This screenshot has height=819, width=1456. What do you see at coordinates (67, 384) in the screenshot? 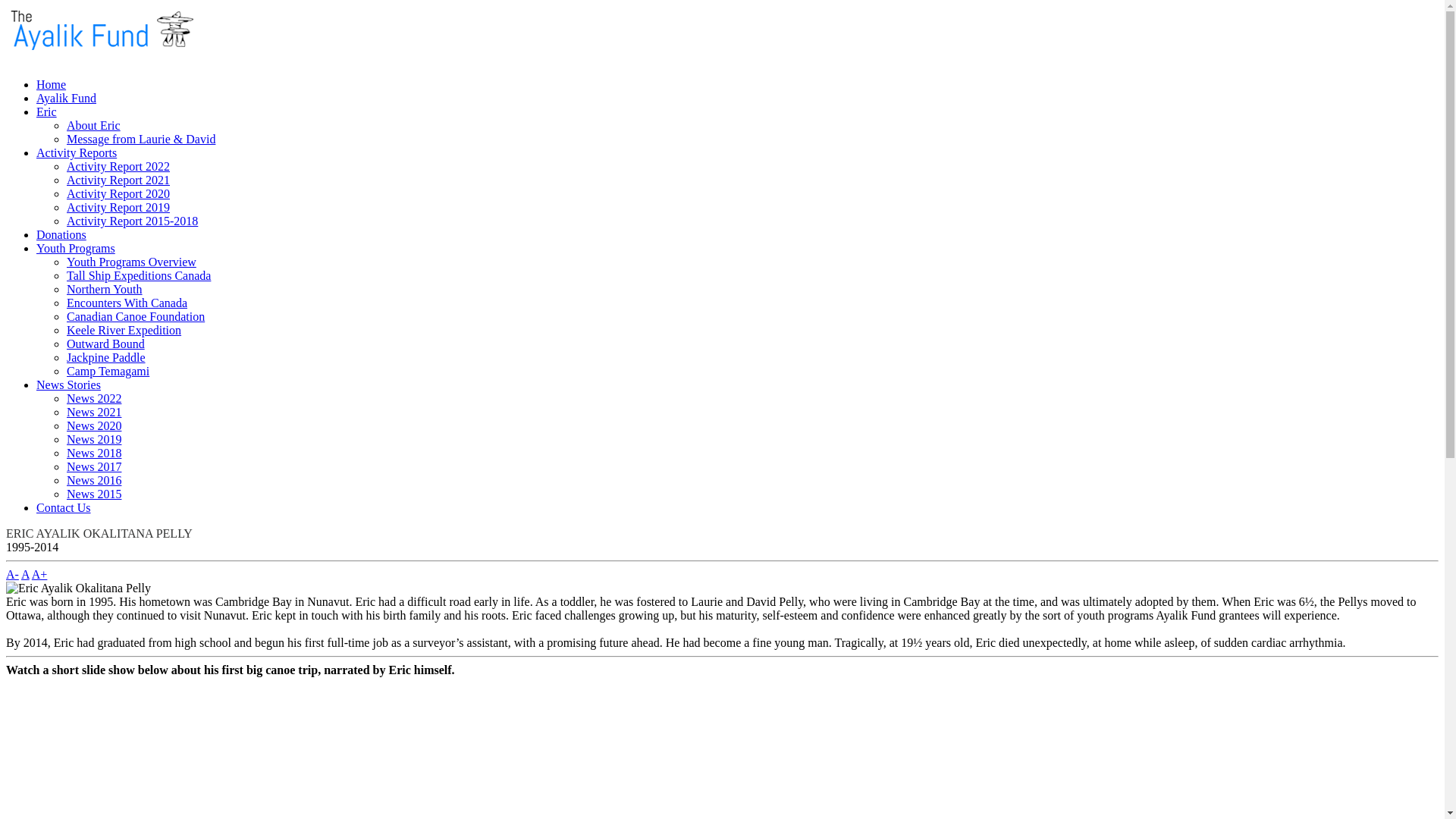
I see `'News Stories'` at bounding box center [67, 384].